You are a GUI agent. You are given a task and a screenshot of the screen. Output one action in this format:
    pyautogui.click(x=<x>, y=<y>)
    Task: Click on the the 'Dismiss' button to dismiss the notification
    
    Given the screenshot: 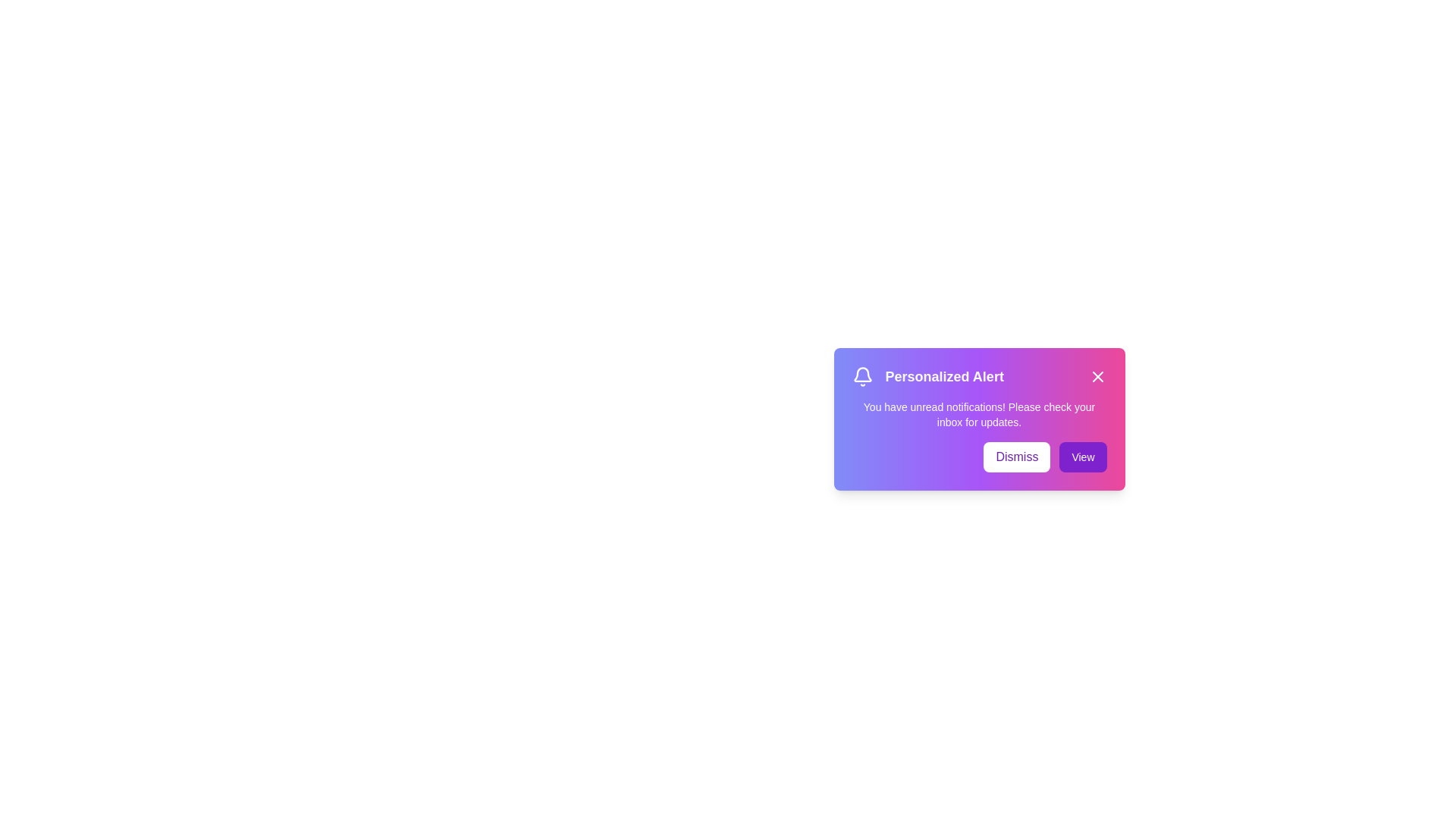 What is the action you would take?
    pyautogui.click(x=1017, y=456)
    